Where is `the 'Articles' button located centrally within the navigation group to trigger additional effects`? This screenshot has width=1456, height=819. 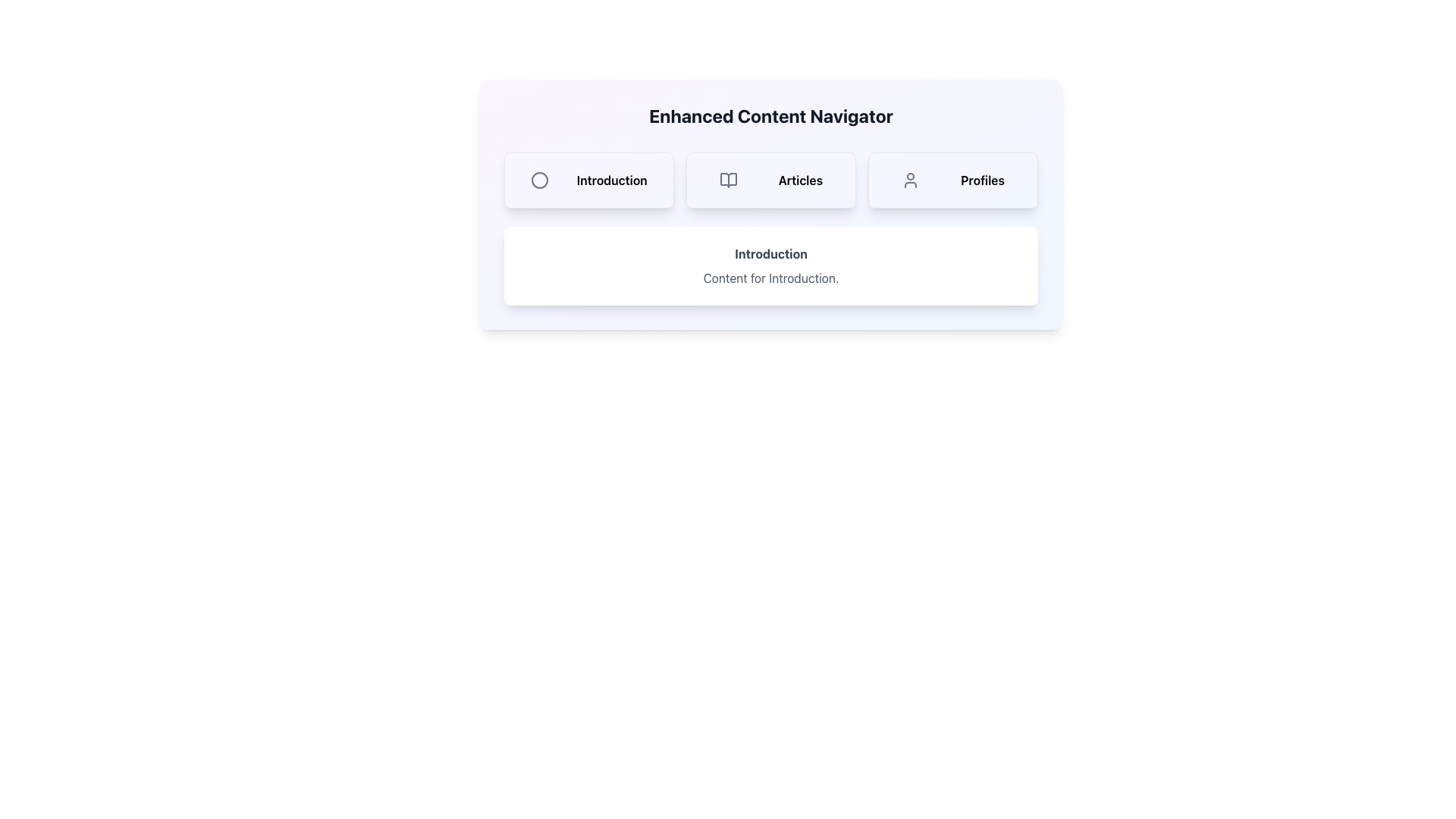
the 'Articles' button located centrally within the navigation group to trigger additional effects is located at coordinates (771, 180).